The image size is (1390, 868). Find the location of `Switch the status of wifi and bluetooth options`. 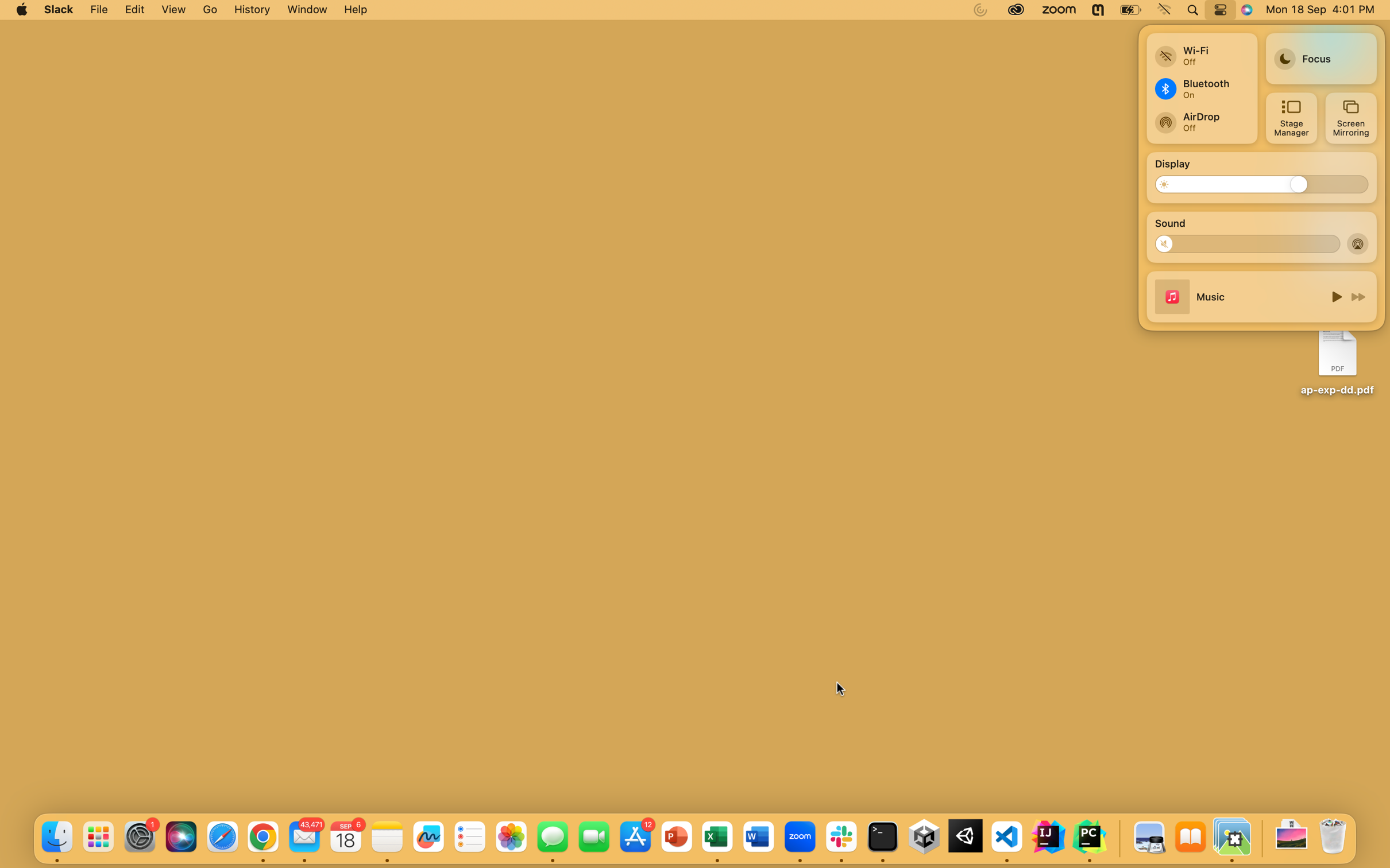

Switch the status of wifi and bluetooth options is located at coordinates (1200, 51).